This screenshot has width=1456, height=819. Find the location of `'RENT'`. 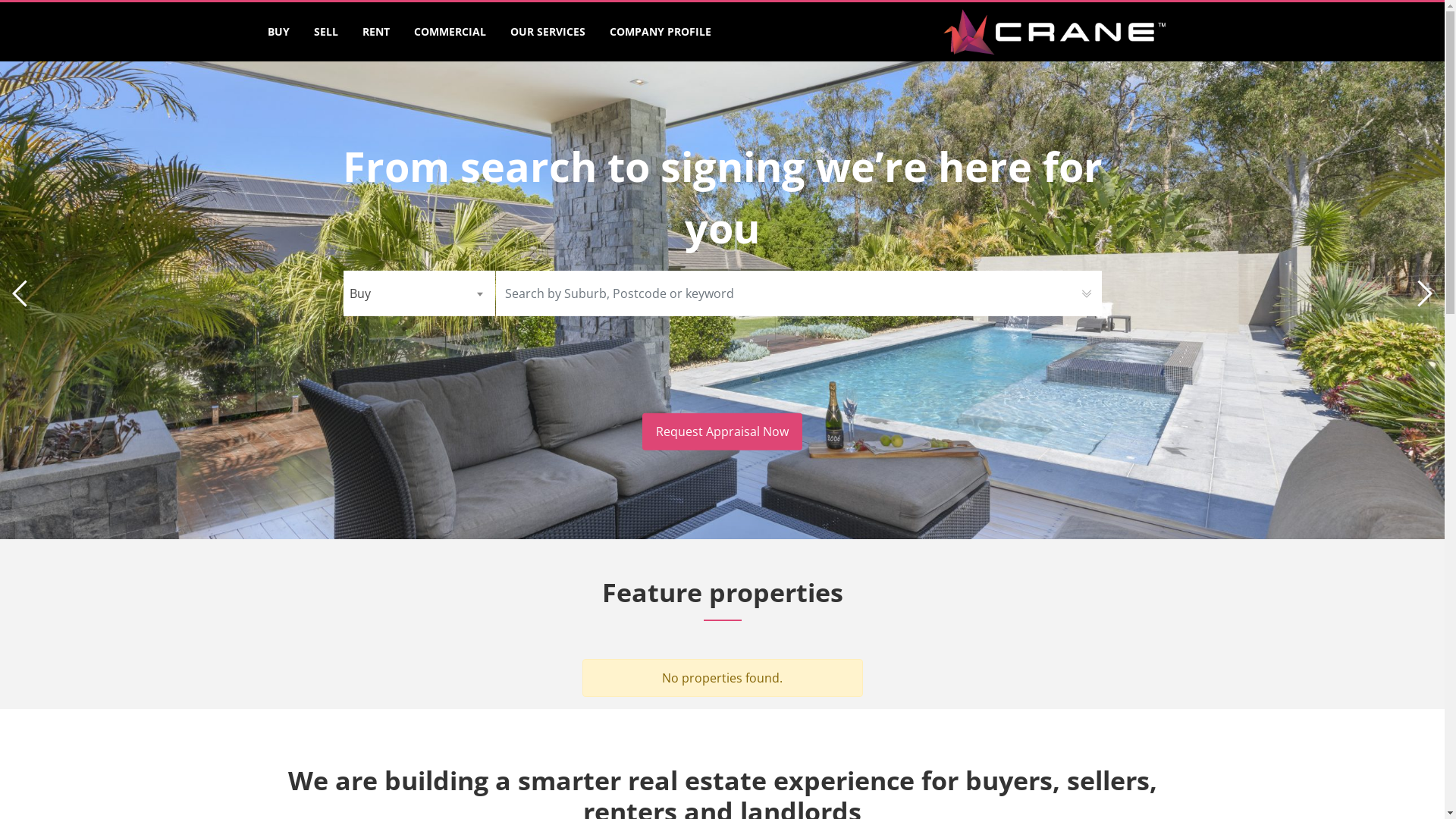

'RENT' is located at coordinates (375, 32).